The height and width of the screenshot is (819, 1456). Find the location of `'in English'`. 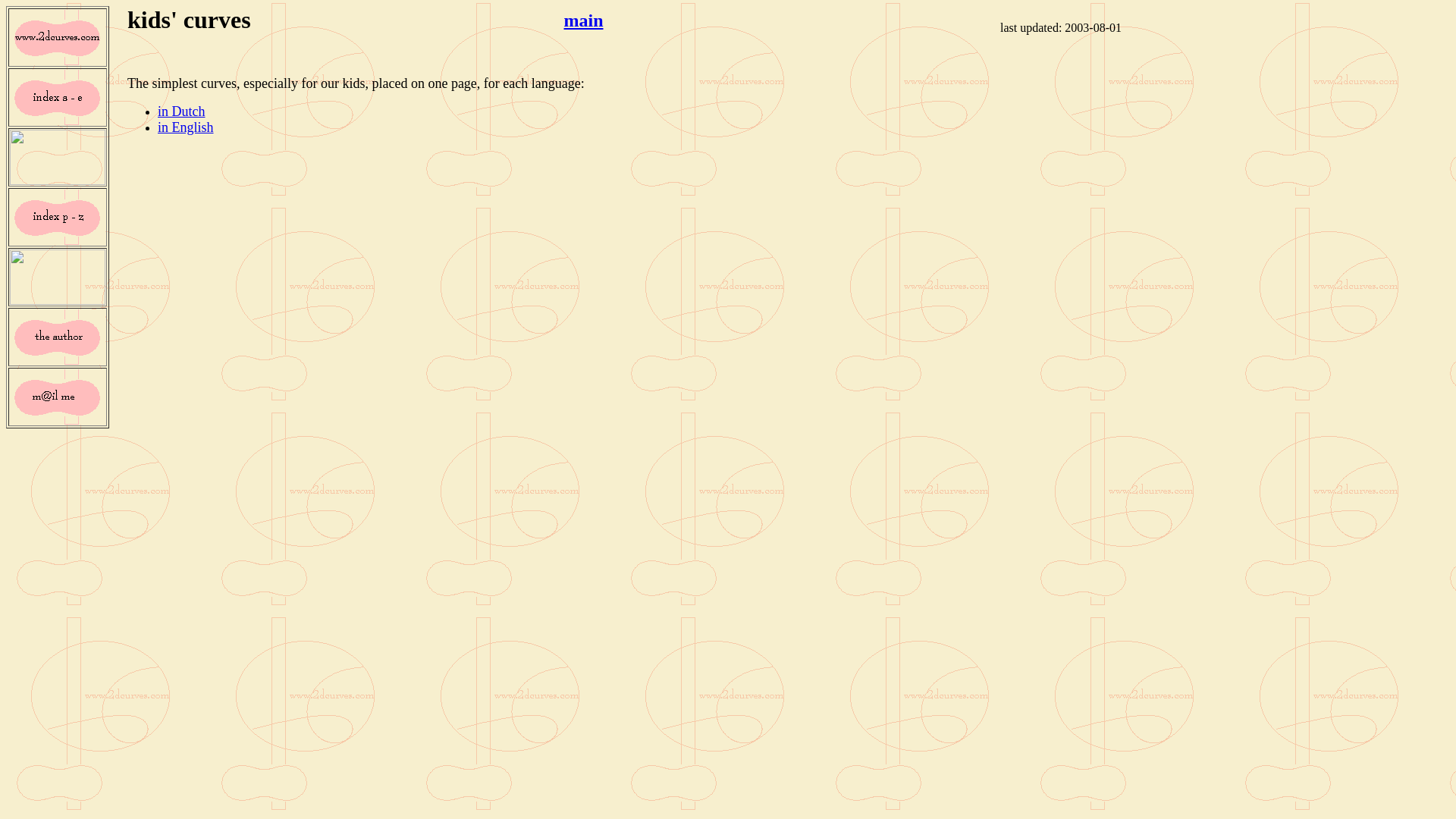

'in English' is located at coordinates (184, 127).